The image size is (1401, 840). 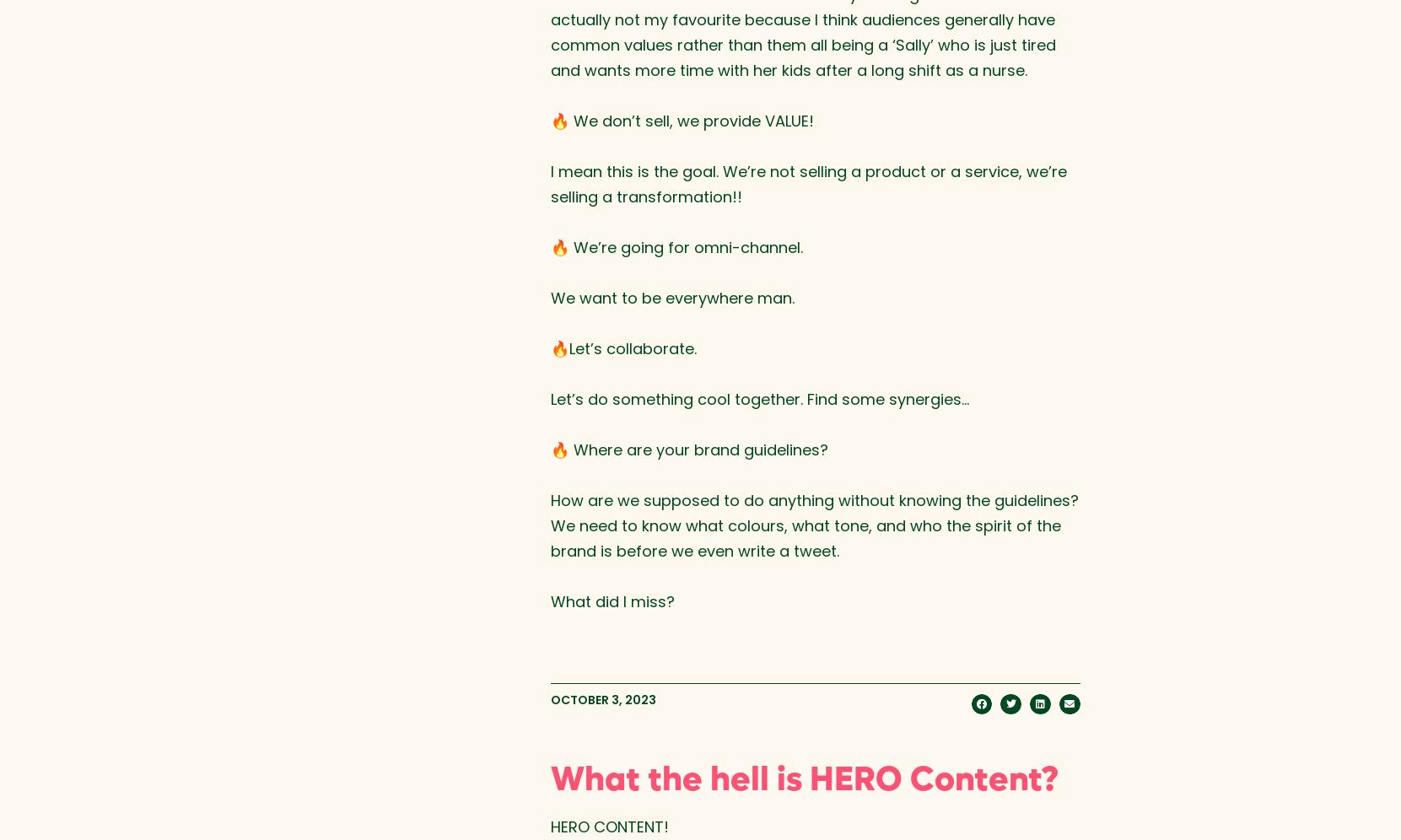 What do you see at coordinates (549, 347) in the screenshot?
I see `'🔥Let’s collaborate.⁠'` at bounding box center [549, 347].